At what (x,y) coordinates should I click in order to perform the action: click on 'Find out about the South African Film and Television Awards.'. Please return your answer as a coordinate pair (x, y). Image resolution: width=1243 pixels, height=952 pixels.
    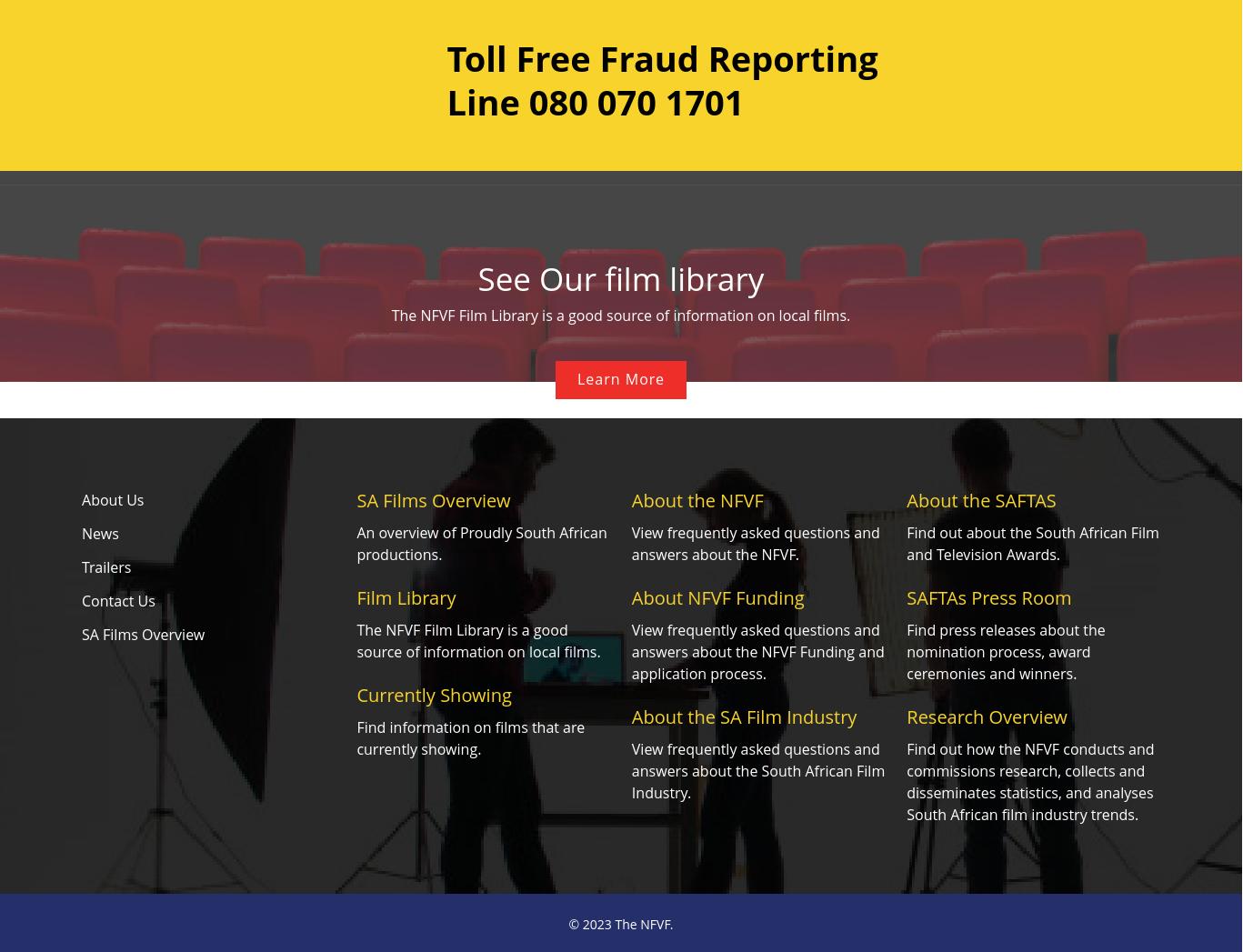
    Looking at the image, I should click on (1032, 543).